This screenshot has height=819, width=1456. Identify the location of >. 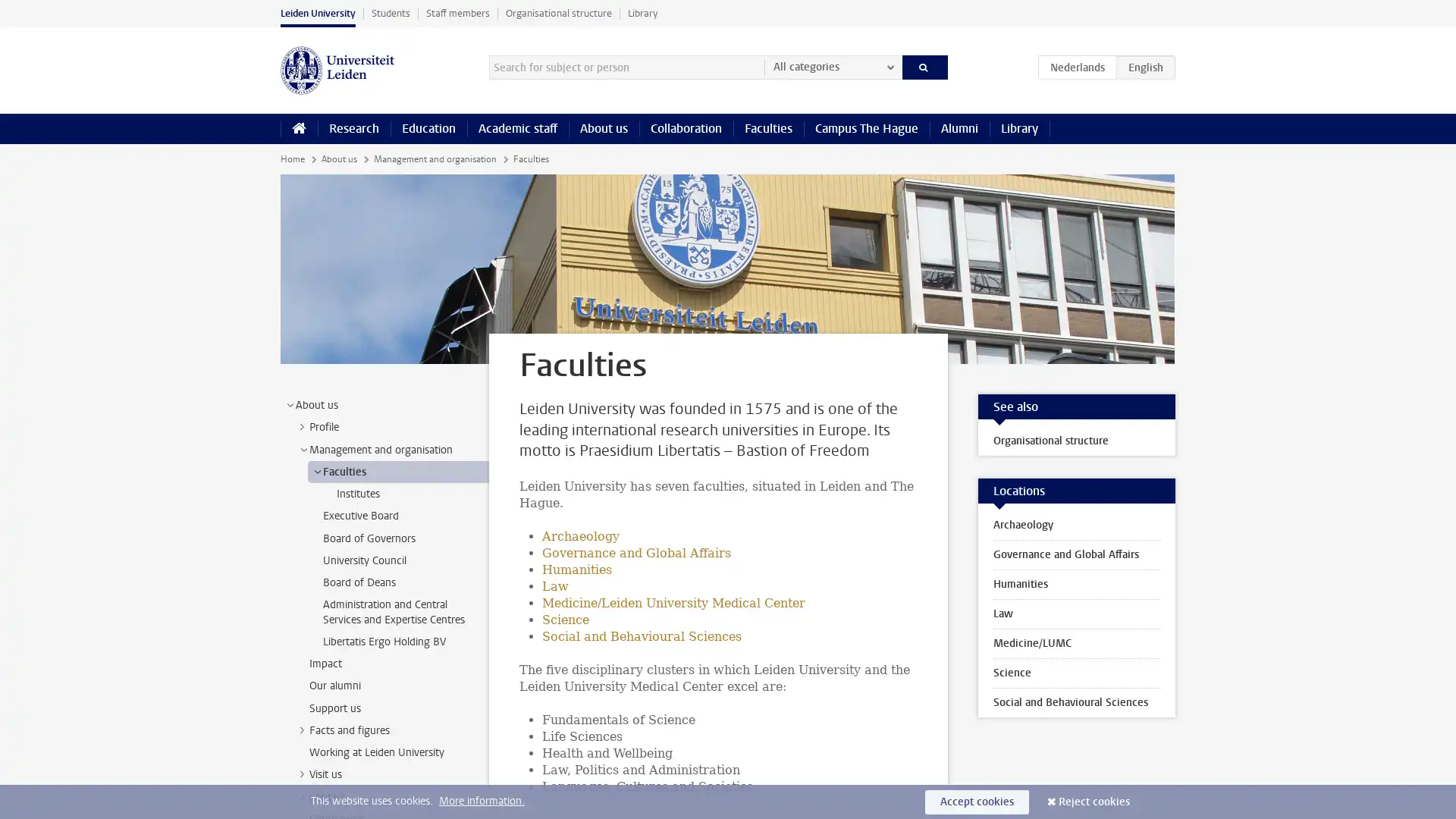
(302, 774).